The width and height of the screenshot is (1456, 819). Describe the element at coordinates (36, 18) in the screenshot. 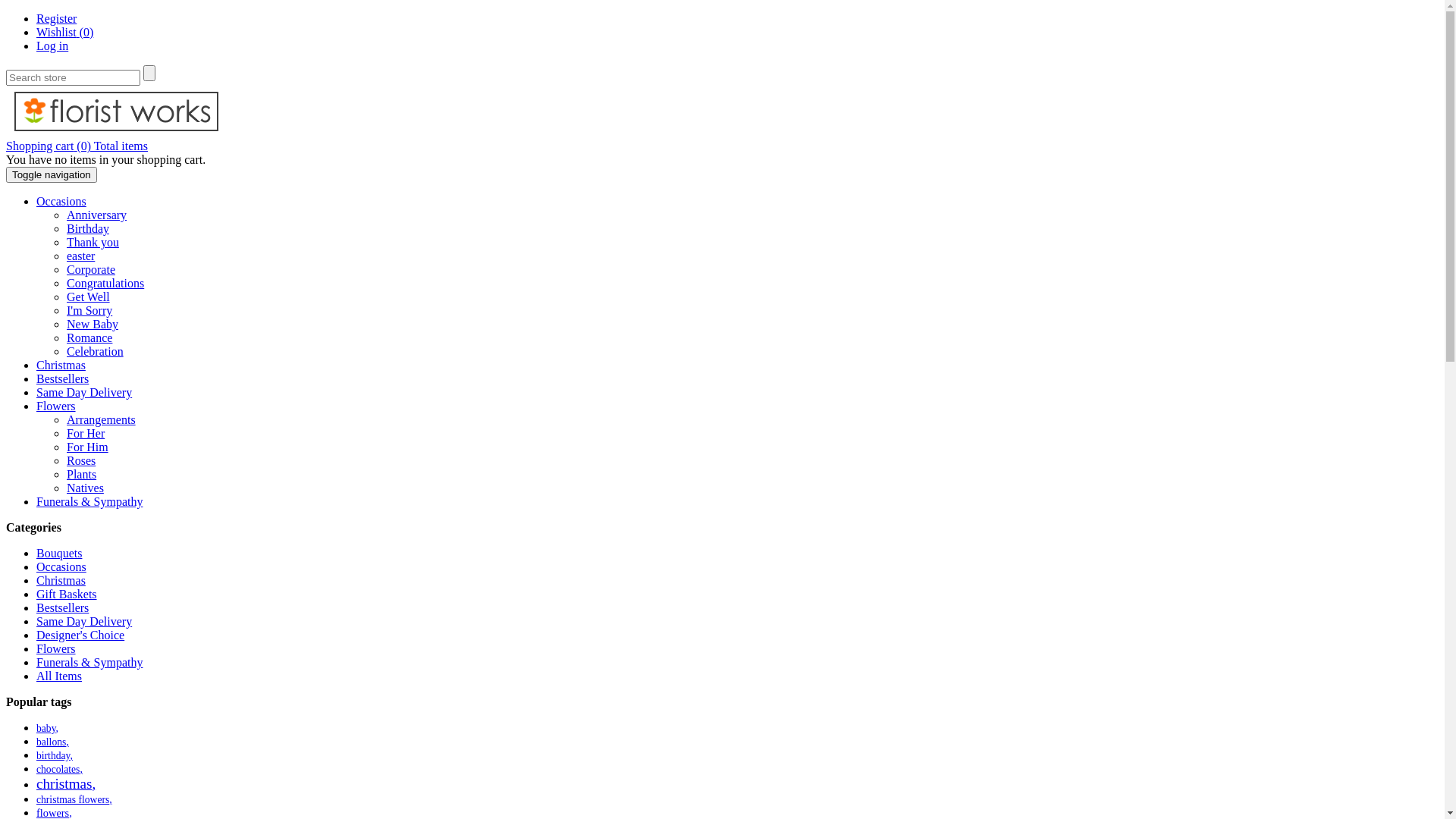

I see `'Register'` at that location.